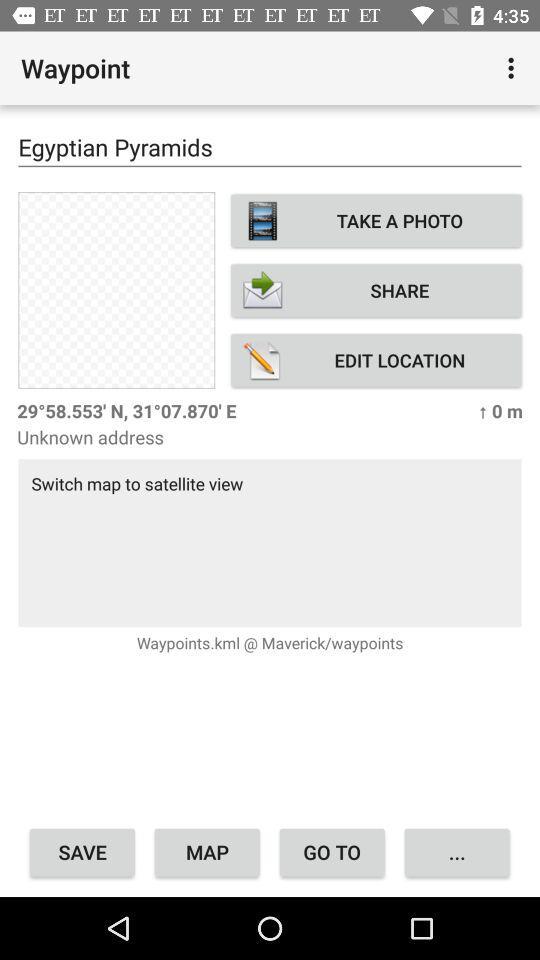  What do you see at coordinates (376, 360) in the screenshot?
I see `item above the 29 58 553` at bounding box center [376, 360].